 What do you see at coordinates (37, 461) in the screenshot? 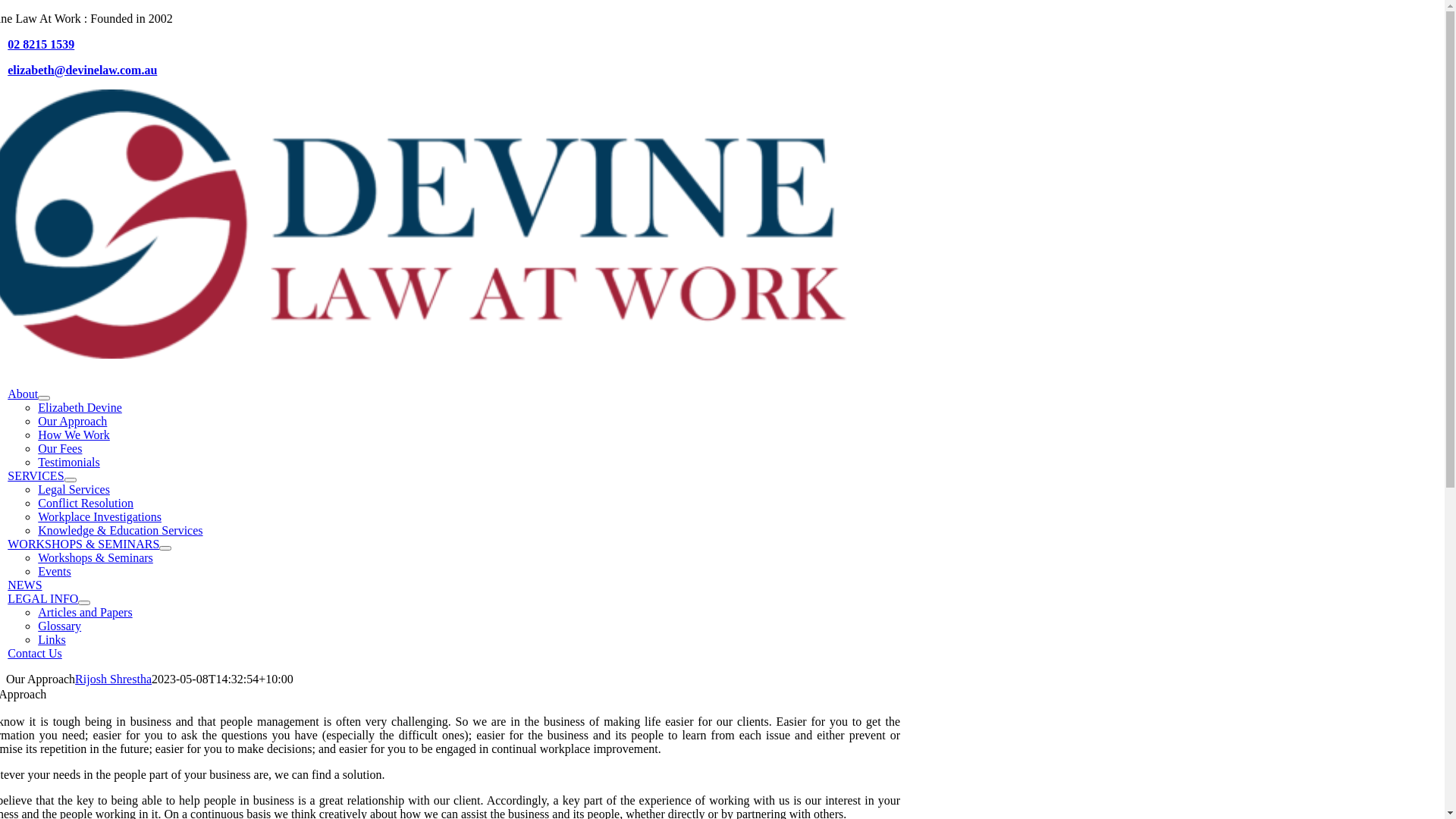
I see `'Testimonials'` at bounding box center [37, 461].